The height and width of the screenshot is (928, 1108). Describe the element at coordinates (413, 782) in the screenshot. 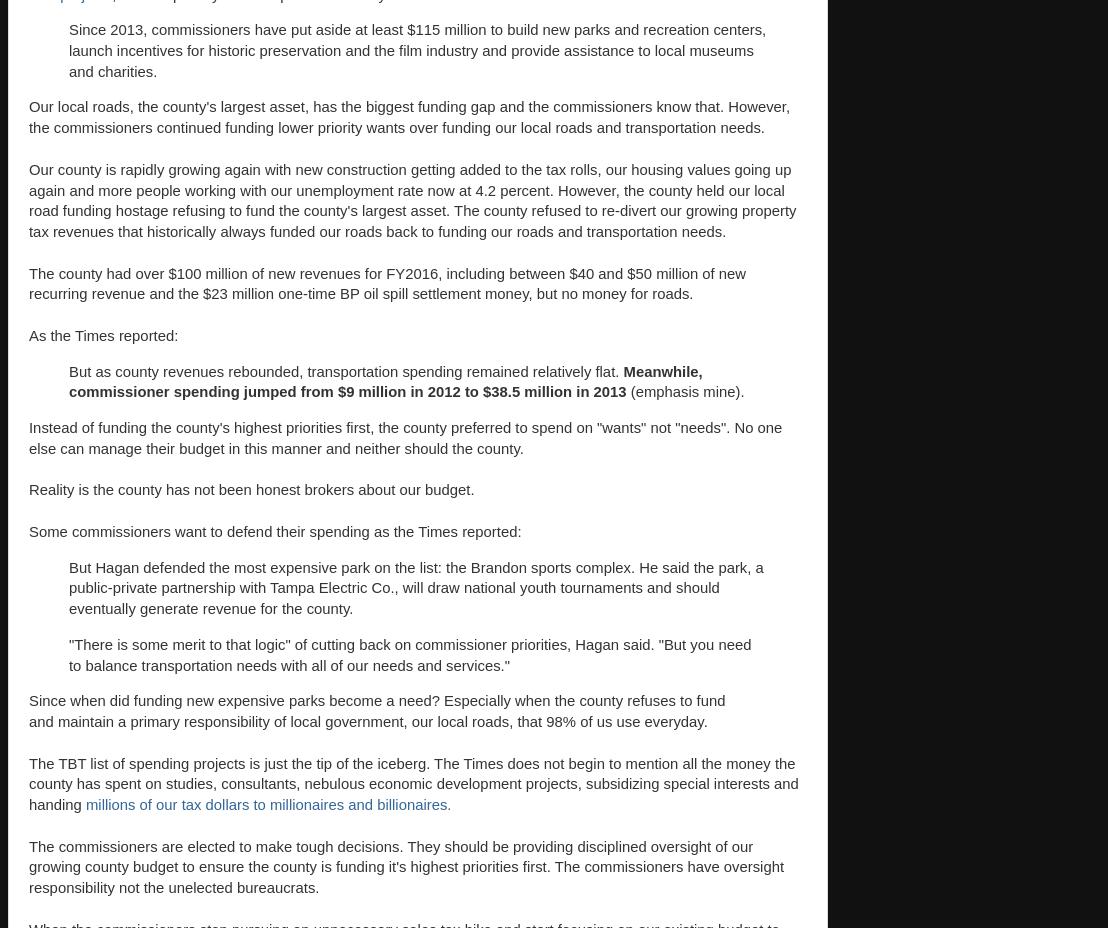

I see `'The TBT list of spending projects is just the tip of the iceberg. The Times does not begin to mention all the money the county has spent on studies, consultants, nebulous economic development projects, subsidizing special interests and handing'` at that location.